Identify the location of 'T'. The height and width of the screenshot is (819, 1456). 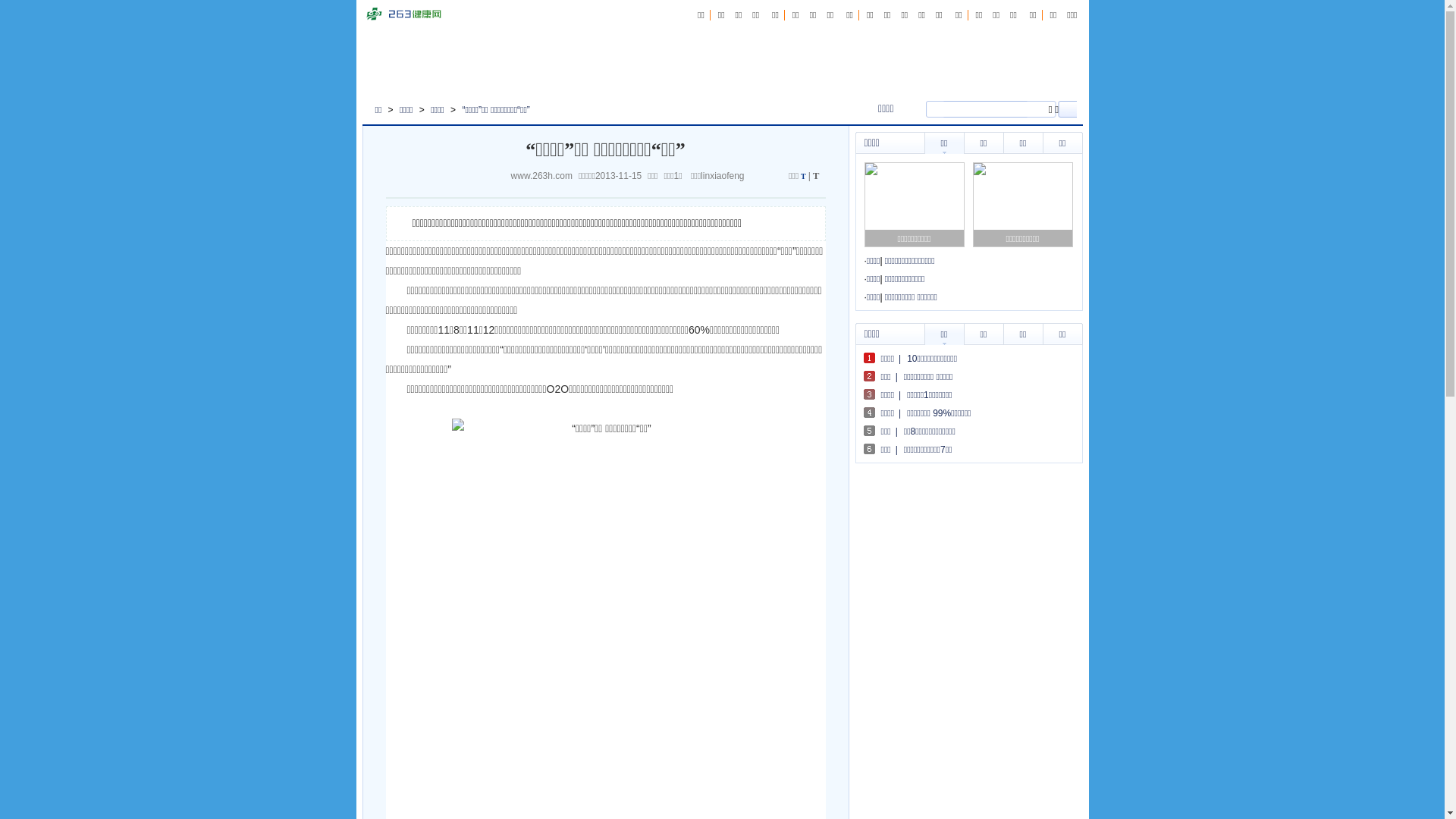
(802, 175).